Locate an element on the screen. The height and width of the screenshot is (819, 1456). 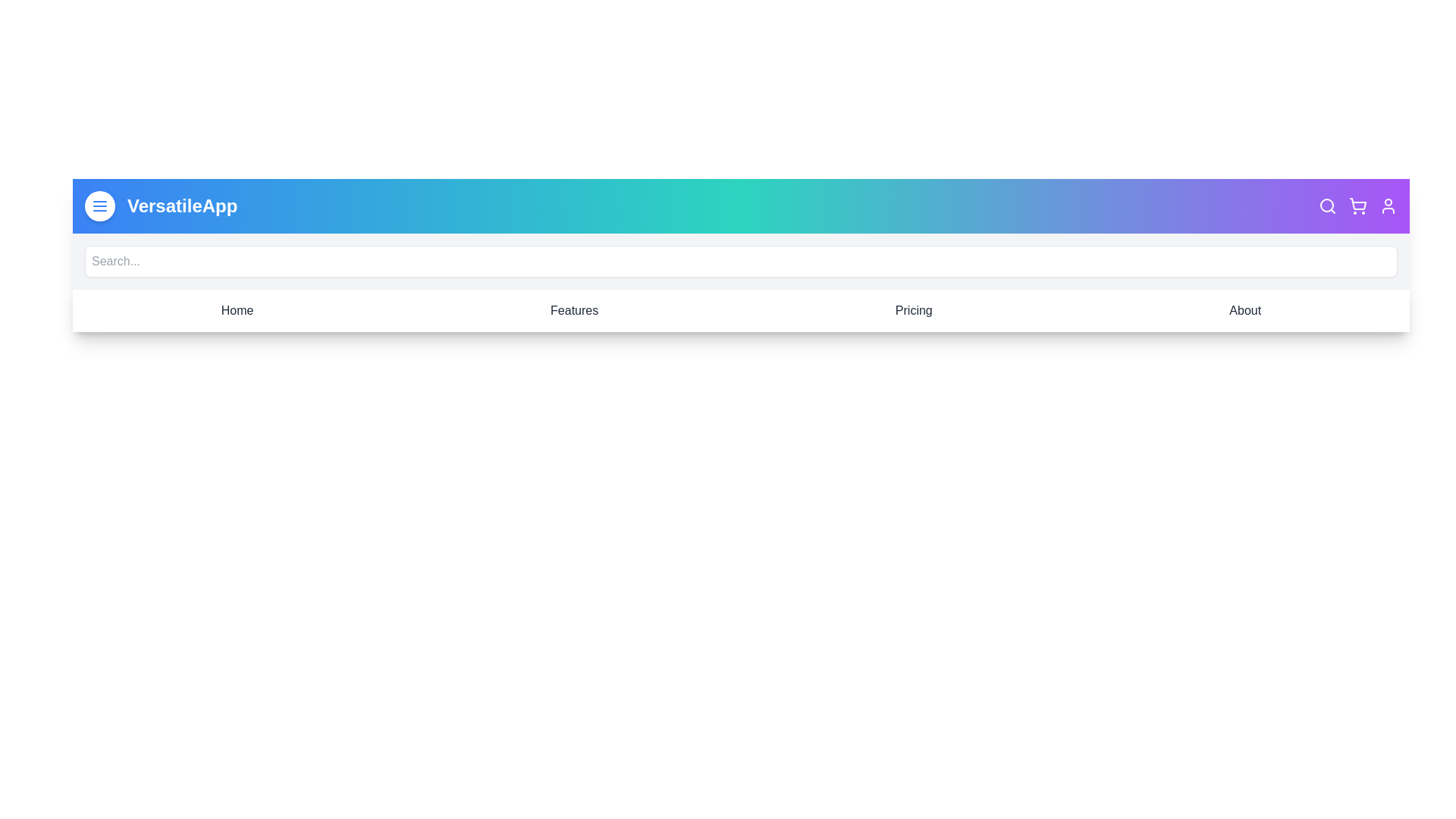
the navigation item Pricing is located at coordinates (912, 309).